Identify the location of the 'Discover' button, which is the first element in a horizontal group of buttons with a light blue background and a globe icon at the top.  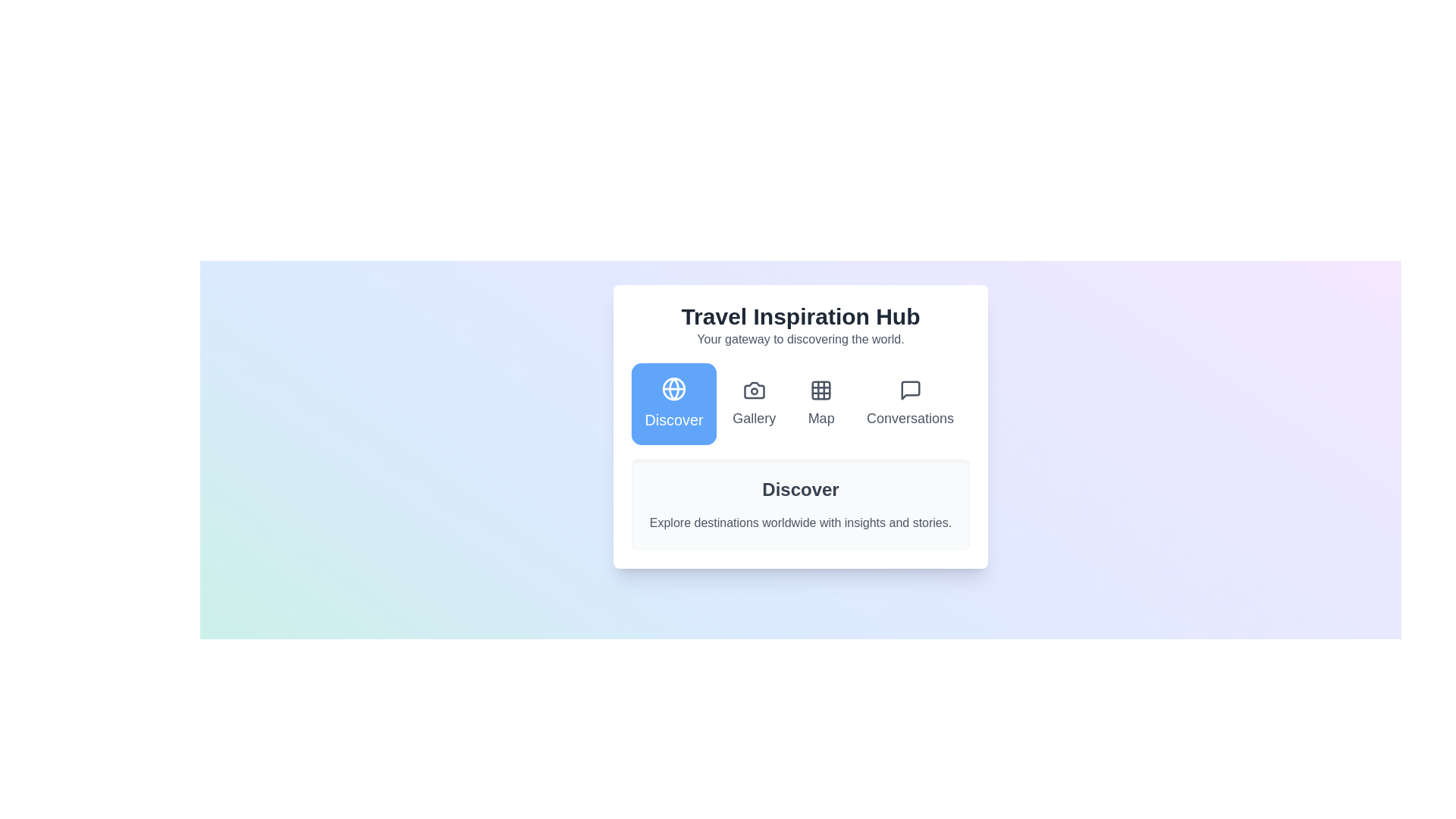
(673, 403).